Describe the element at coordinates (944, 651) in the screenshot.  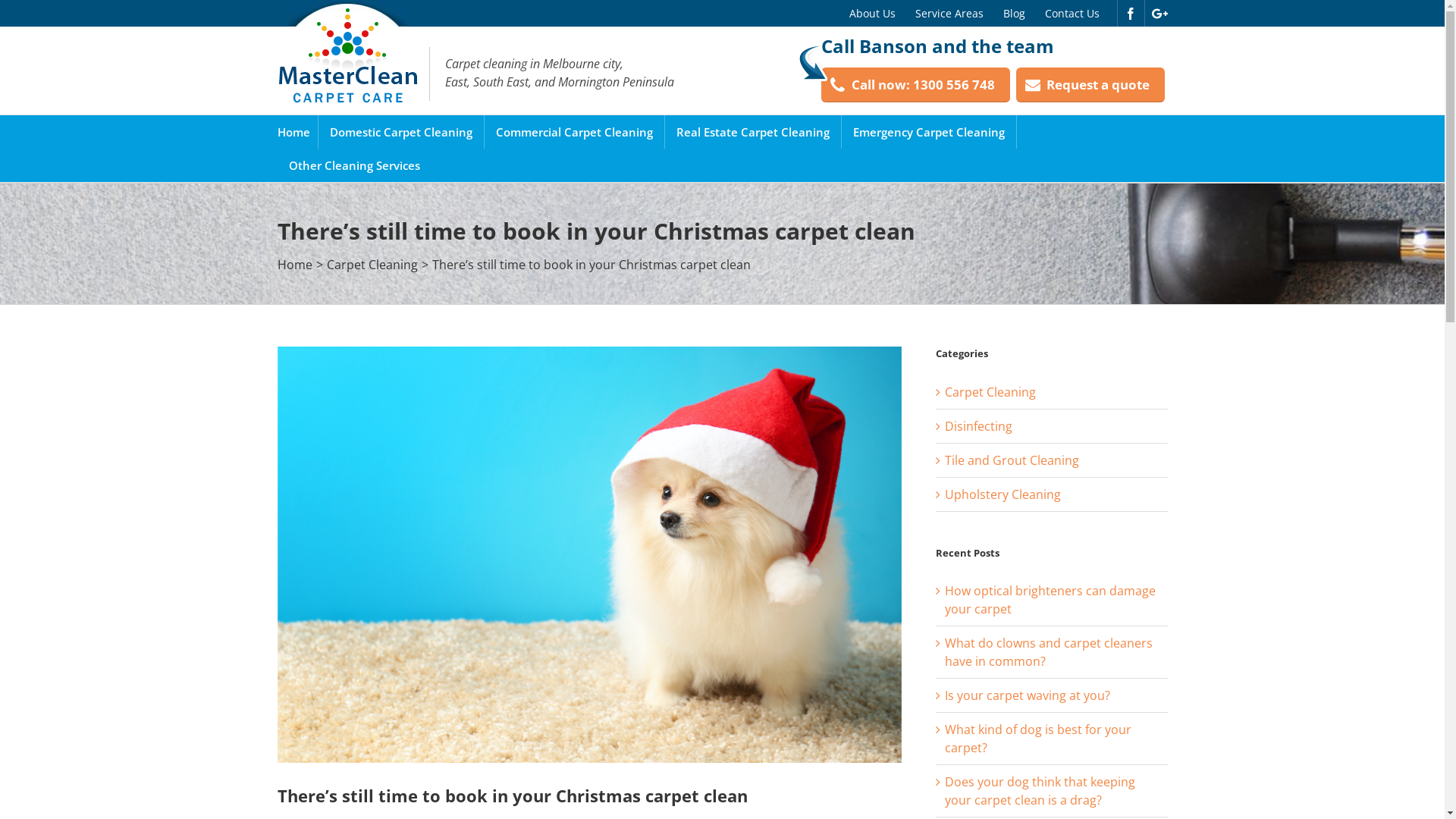
I see `'What do clowns and carpet cleaners have in common?'` at that location.